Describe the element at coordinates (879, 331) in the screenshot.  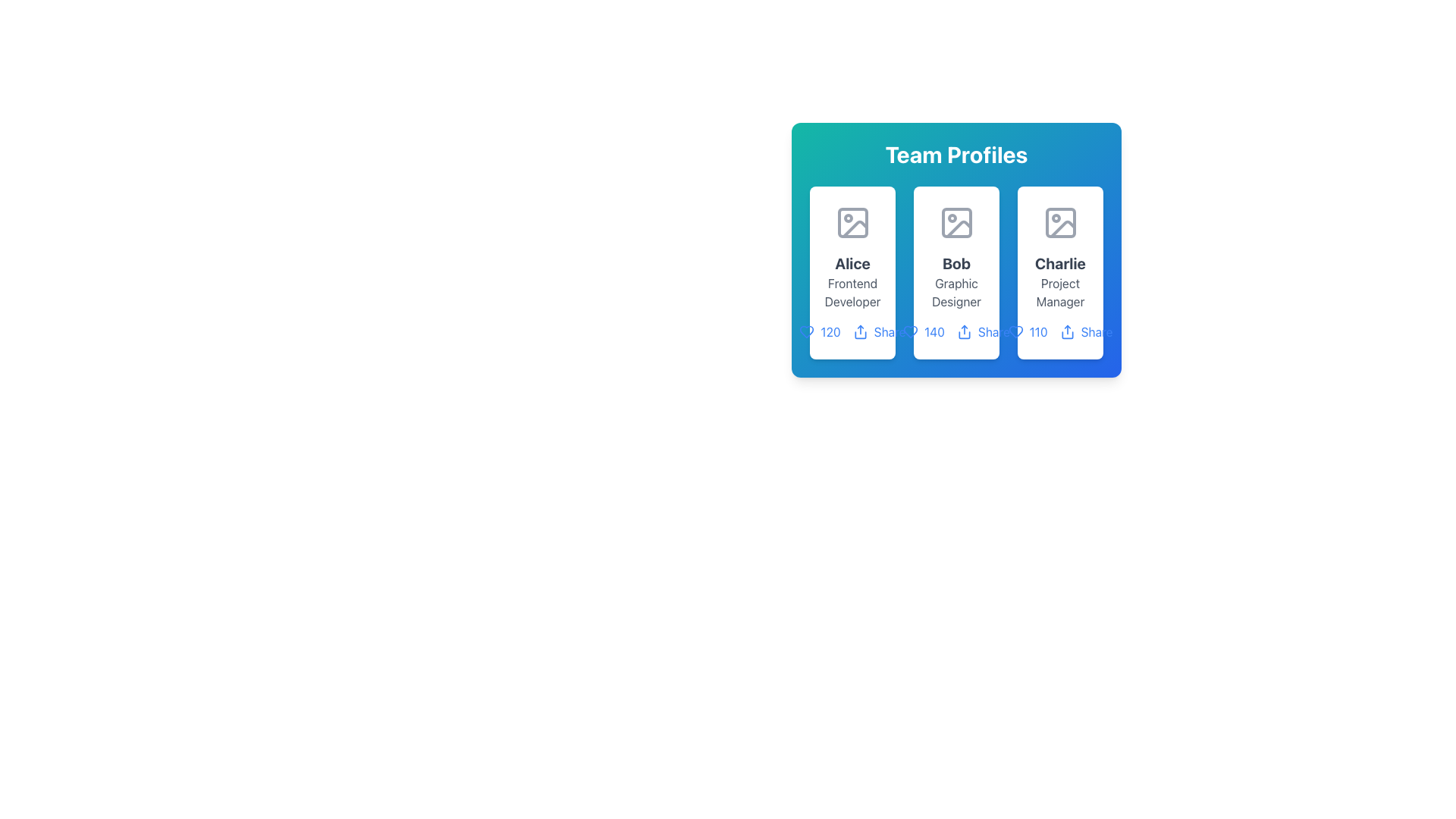
I see `the 'Share' button with a blue text label and an upward arrow icon located under the profile of 'Alice, Frontend Developer'` at that location.